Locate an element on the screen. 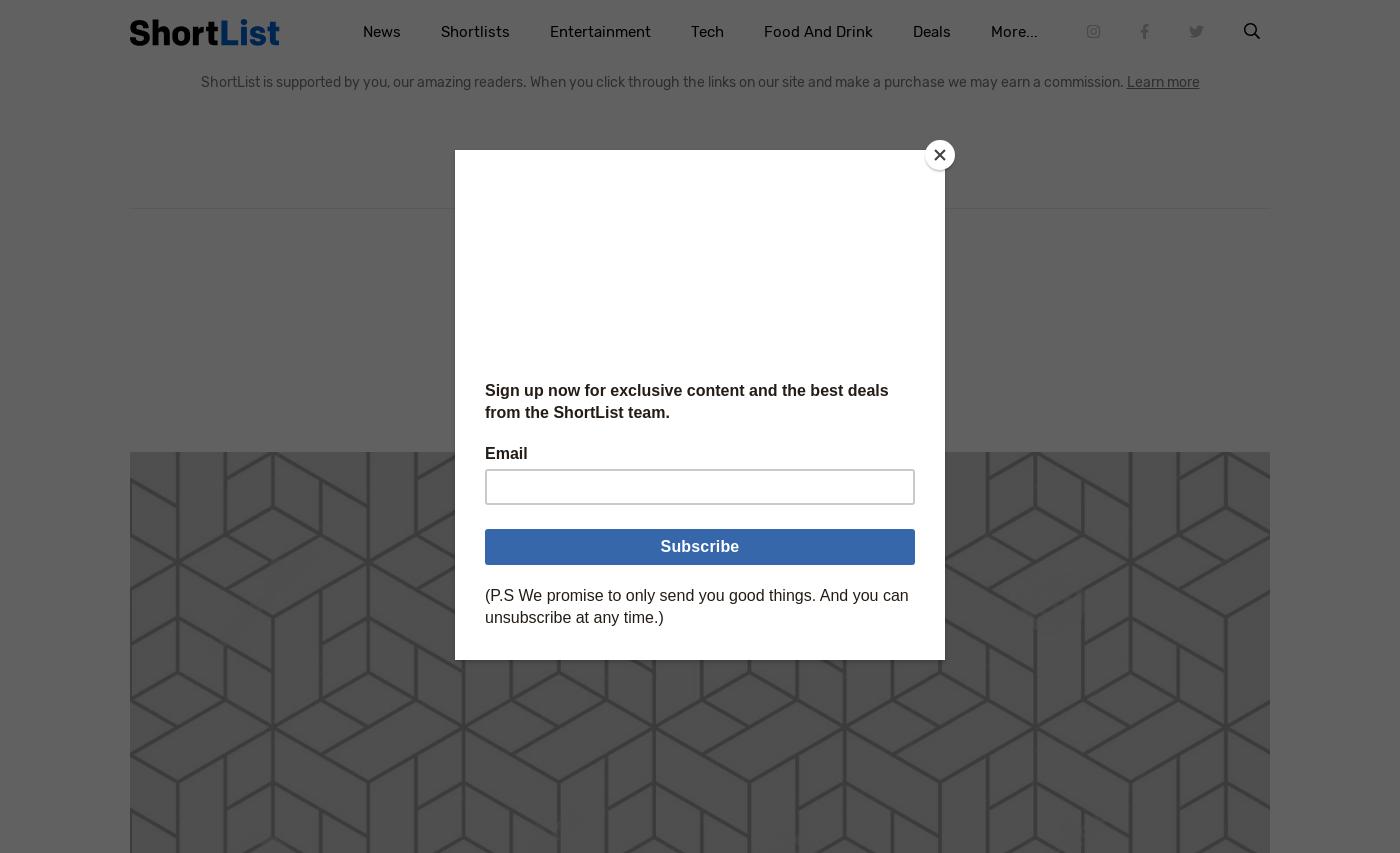 This screenshot has width=1400, height=853. 'Entertainment' is located at coordinates (599, 30).